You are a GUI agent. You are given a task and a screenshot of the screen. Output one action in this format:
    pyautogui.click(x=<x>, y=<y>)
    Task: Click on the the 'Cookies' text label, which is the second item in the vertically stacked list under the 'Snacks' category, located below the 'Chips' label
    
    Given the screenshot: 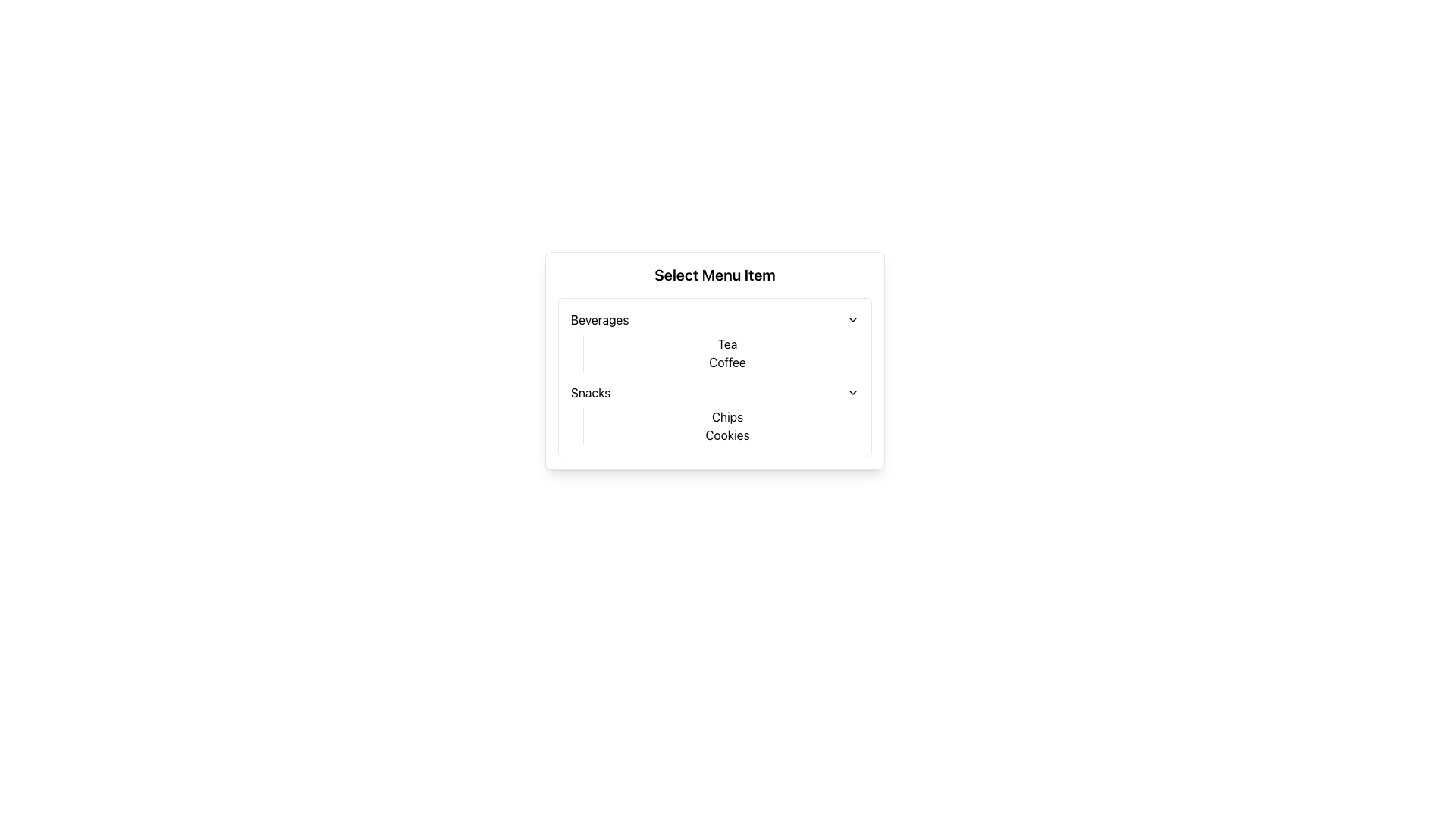 What is the action you would take?
    pyautogui.click(x=726, y=435)
    